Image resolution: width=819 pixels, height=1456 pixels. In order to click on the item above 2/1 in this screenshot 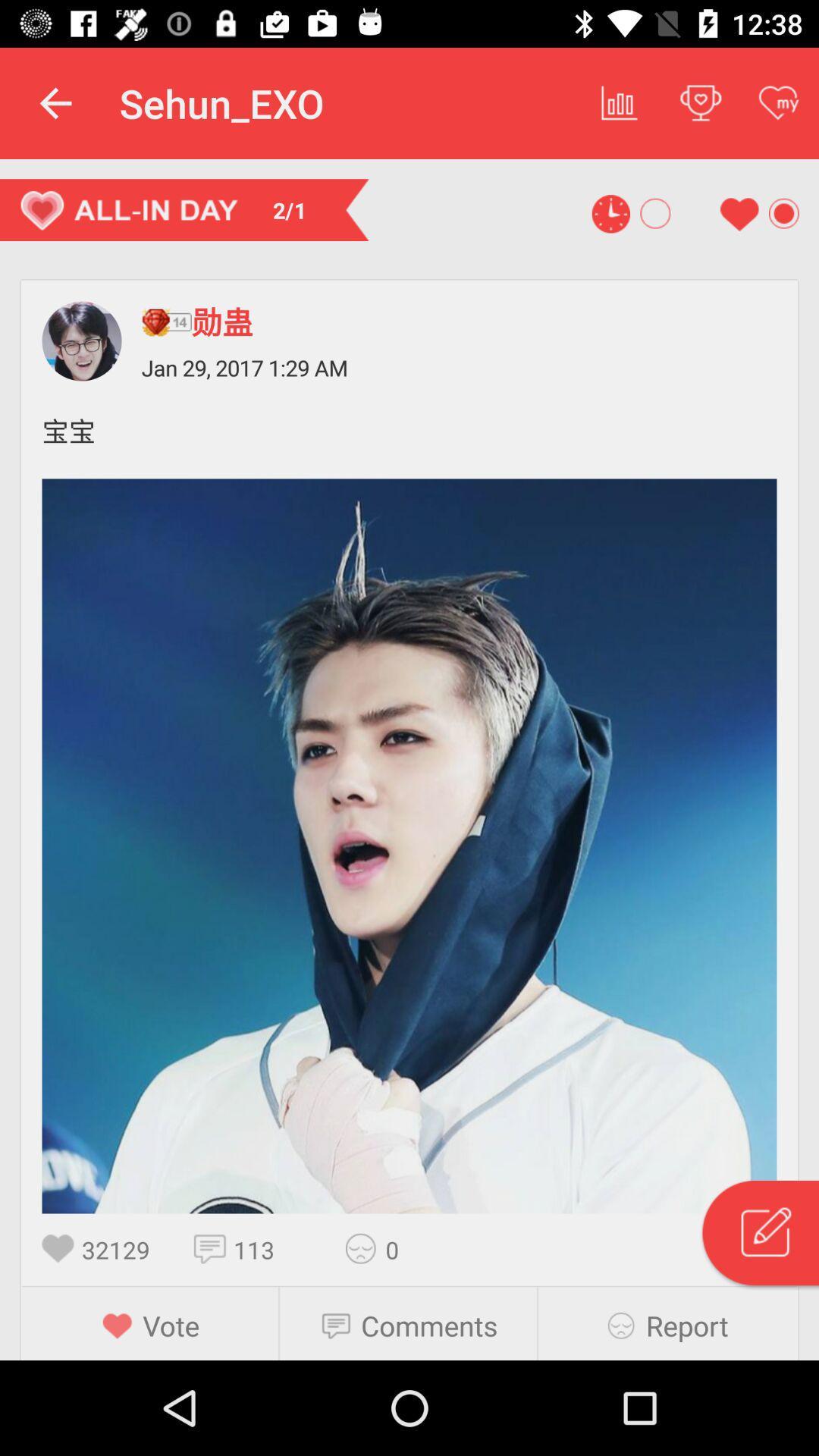, I will do `click(55, 102)`.